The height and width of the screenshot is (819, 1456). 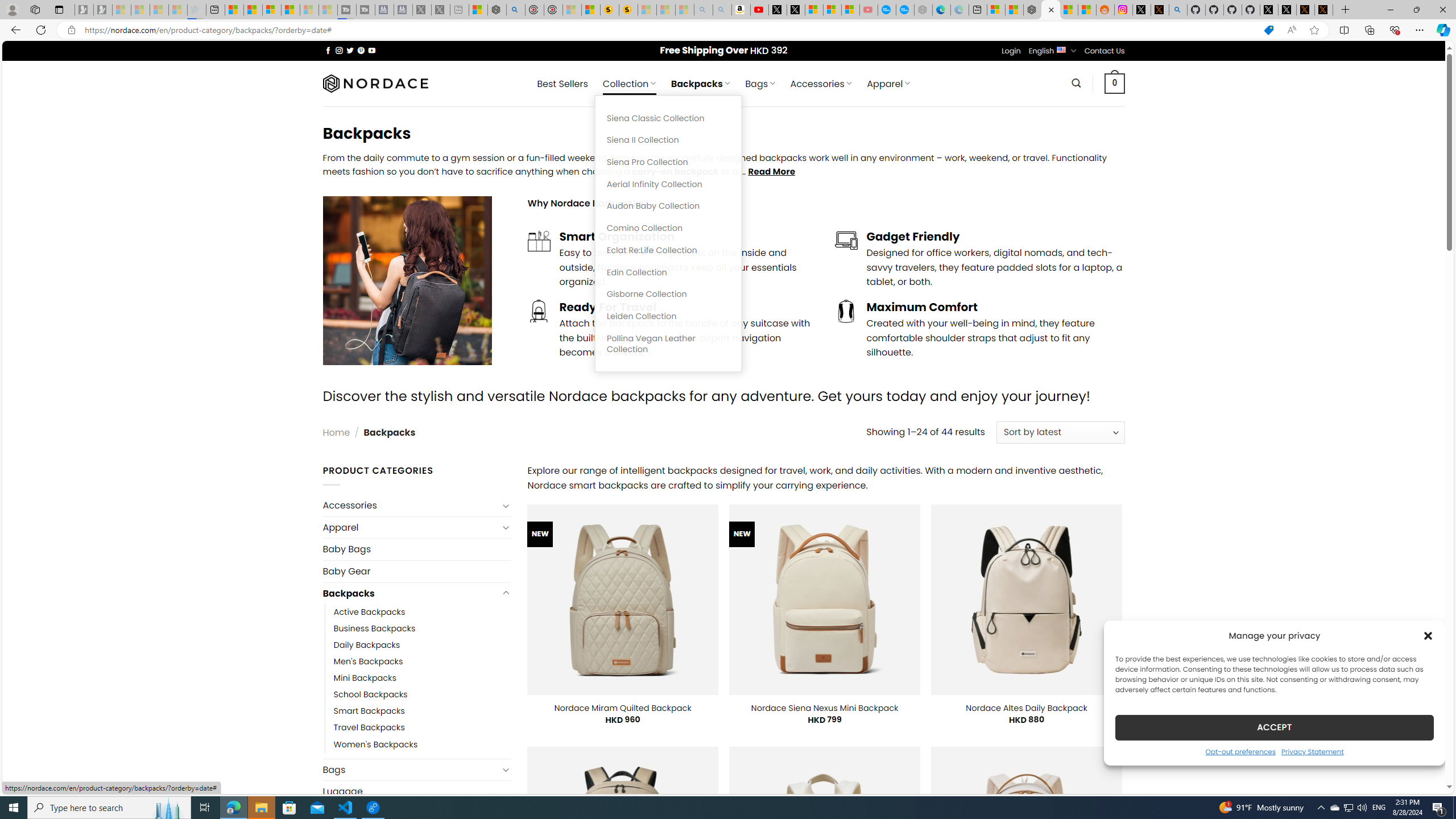 I want to click on 'Siena Pro Collection', so click(x=668, y=162).